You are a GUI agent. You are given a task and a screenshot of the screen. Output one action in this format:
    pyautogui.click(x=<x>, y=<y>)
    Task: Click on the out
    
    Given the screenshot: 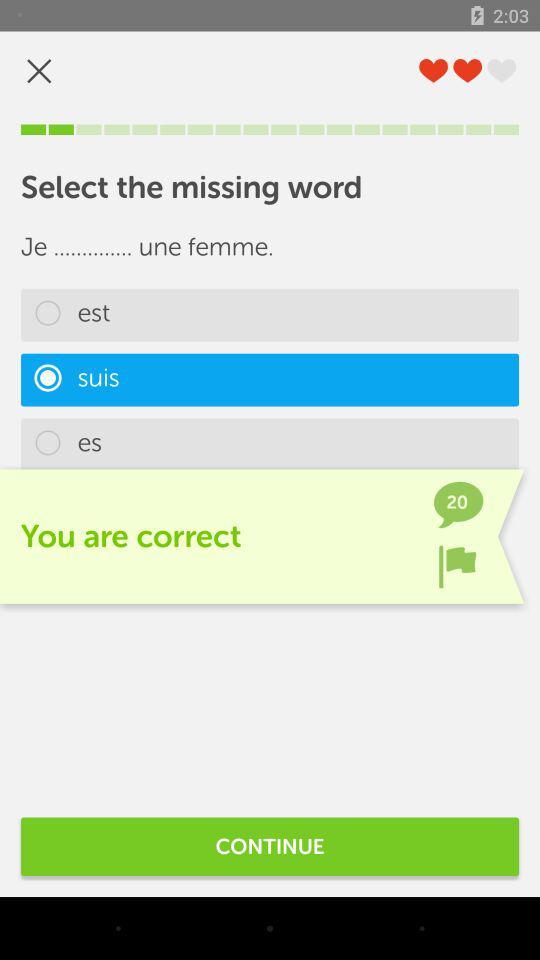 What is the action you would take?
    pyautogui.click(x=39, y=71)
    